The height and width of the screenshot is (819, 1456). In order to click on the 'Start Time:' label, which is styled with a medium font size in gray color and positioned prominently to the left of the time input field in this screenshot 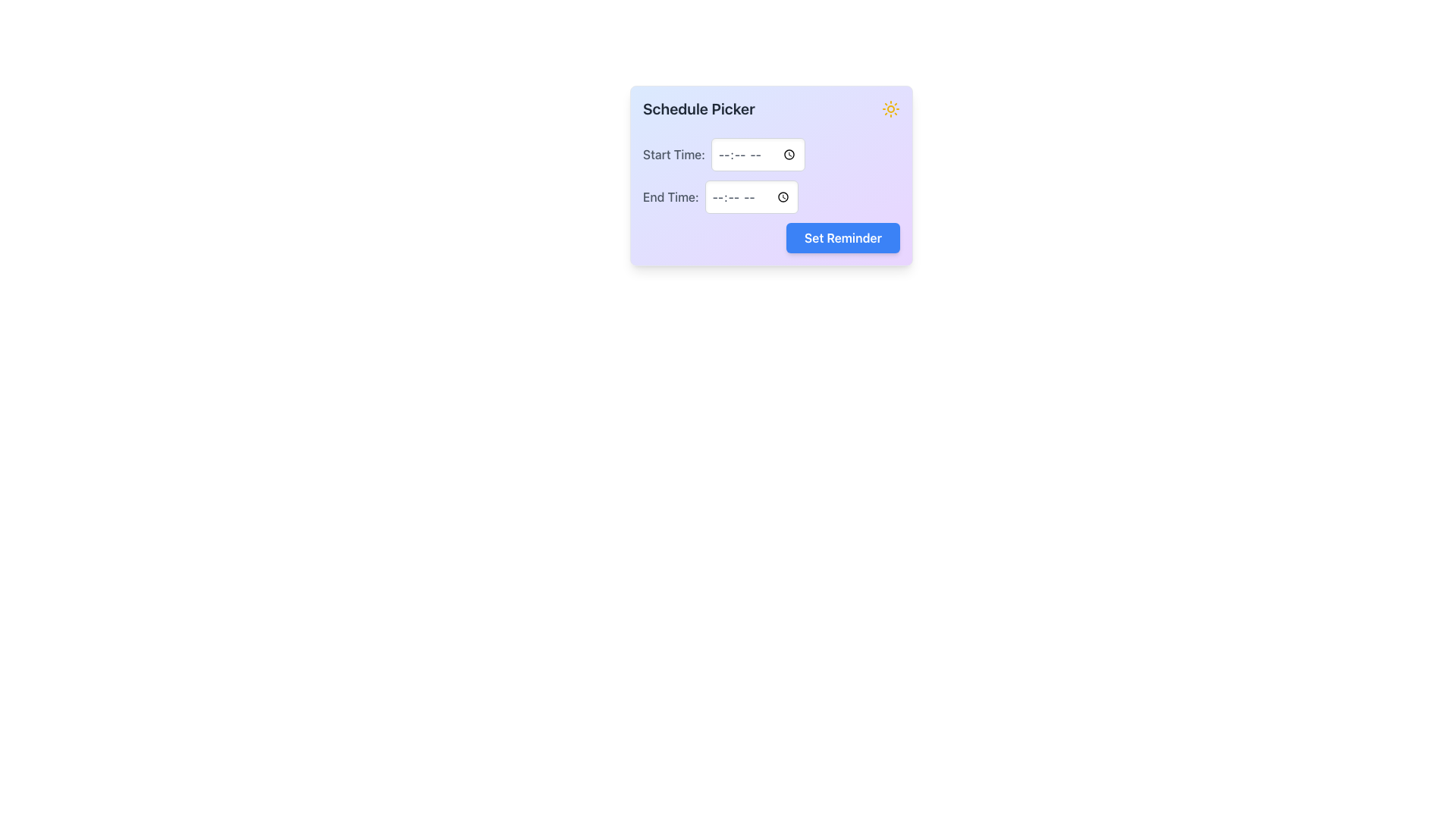, I will do `click(673, 155)`.